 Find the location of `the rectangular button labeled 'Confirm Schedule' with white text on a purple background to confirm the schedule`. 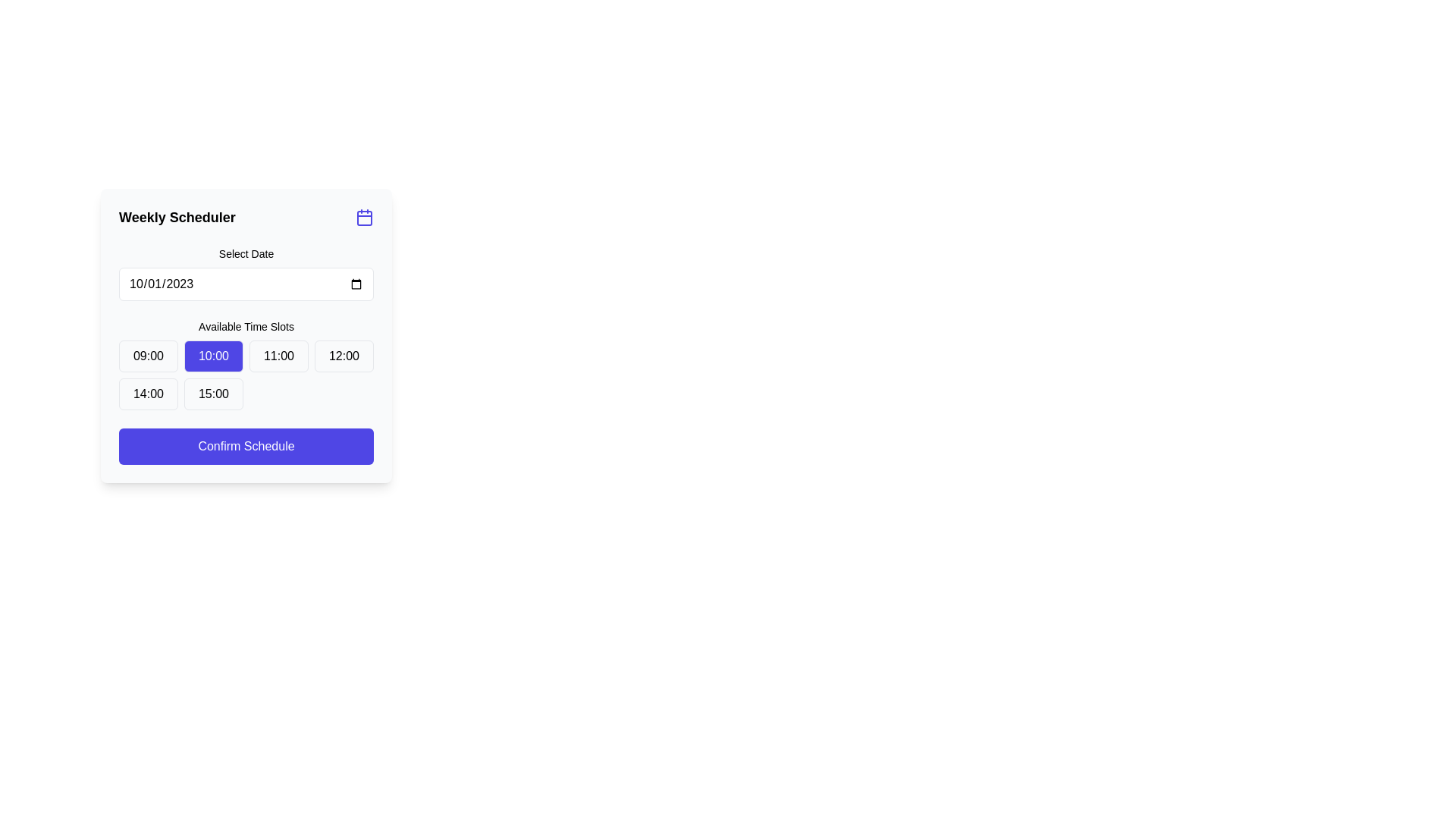

the rectangular button labeled 'Confirm Schedule' with white text on a purple background to confirm the schedule is located at coordinates (246, 446).